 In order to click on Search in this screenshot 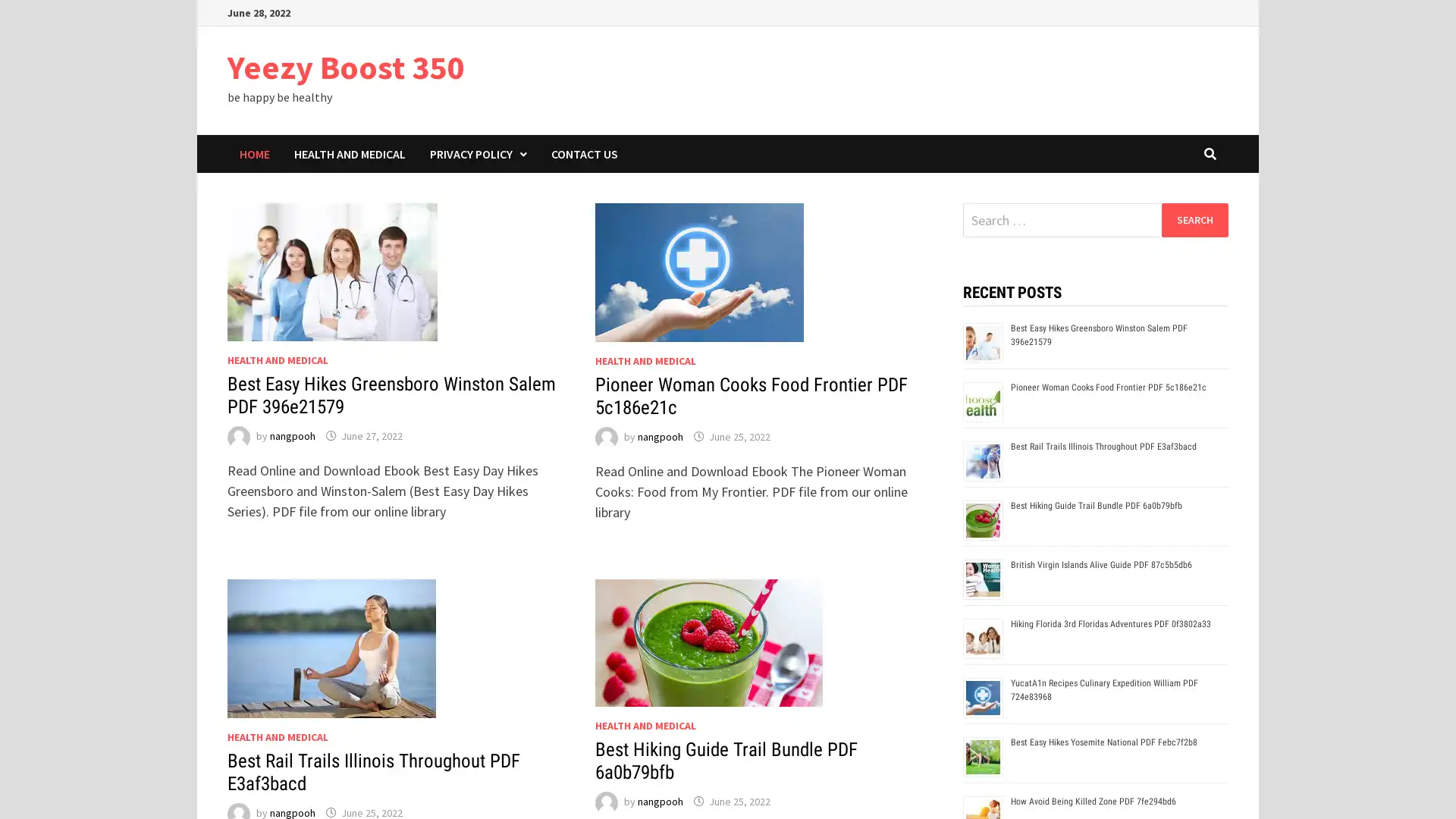, I will do `click(1194, 219)`.